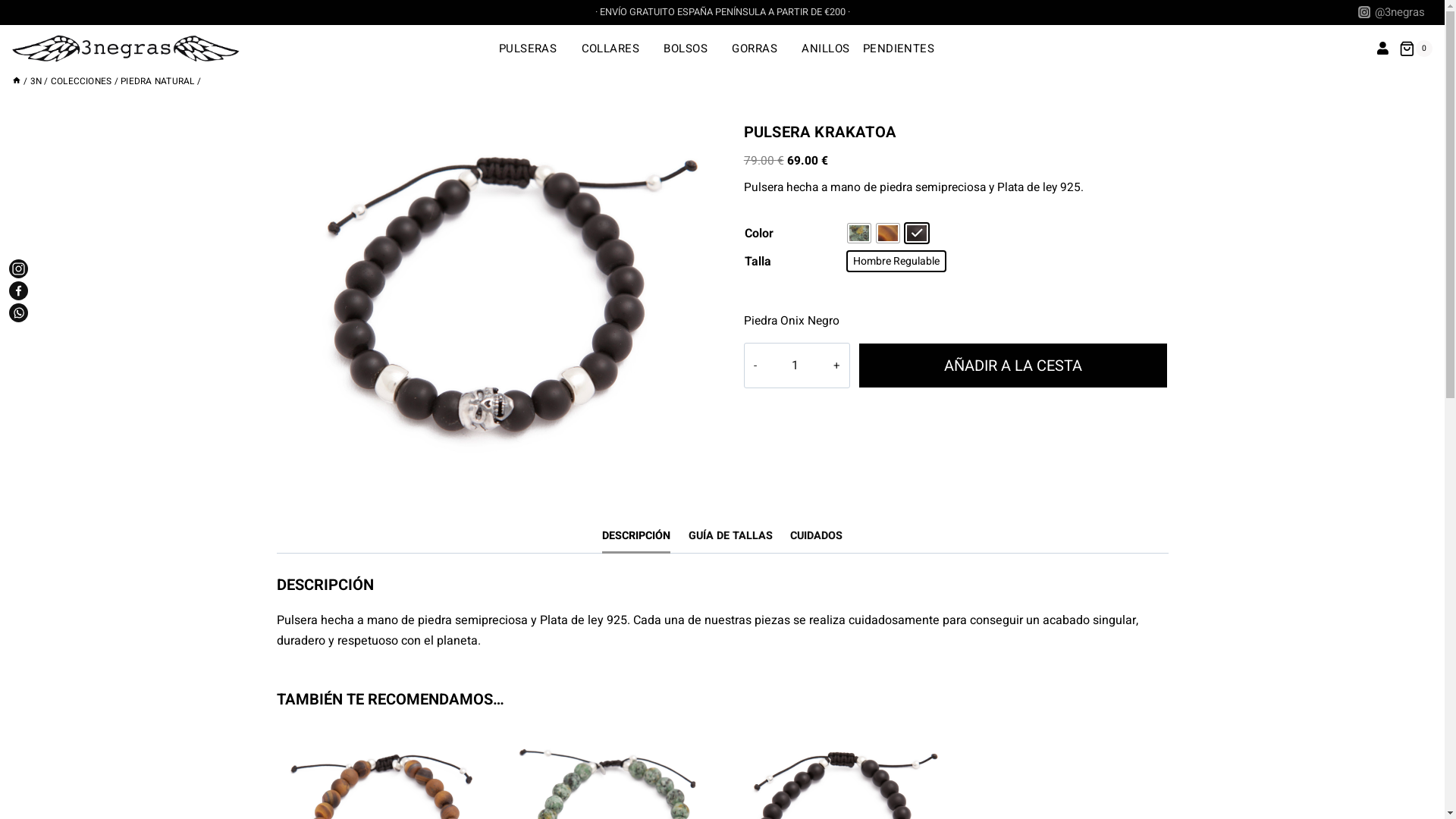  Describe the element at coordinates (691, 48) in the screenshot. I see `'BOLSOS'` at that location.